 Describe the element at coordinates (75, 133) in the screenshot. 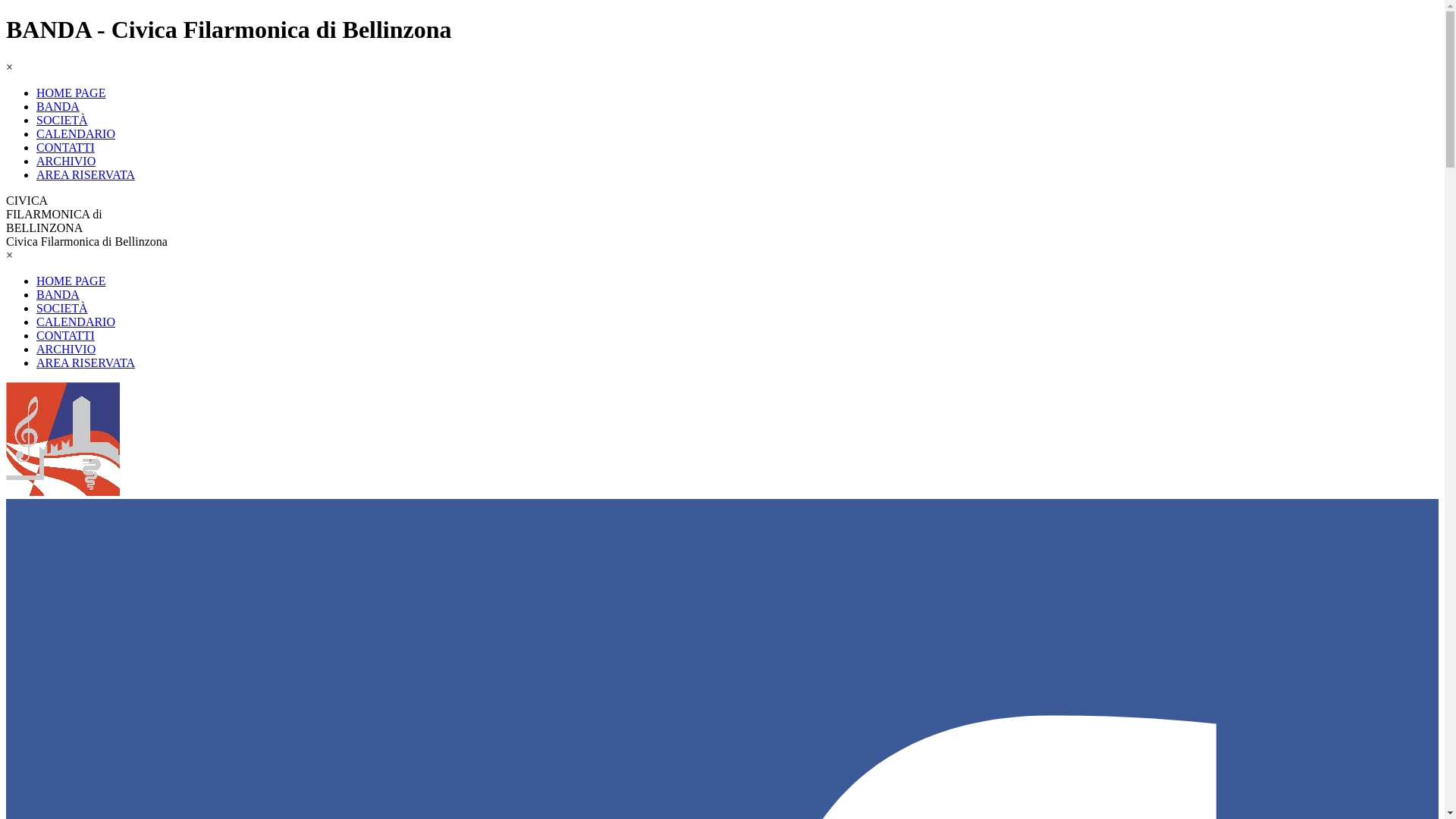

I see `'CALENDARIO'` at that location.